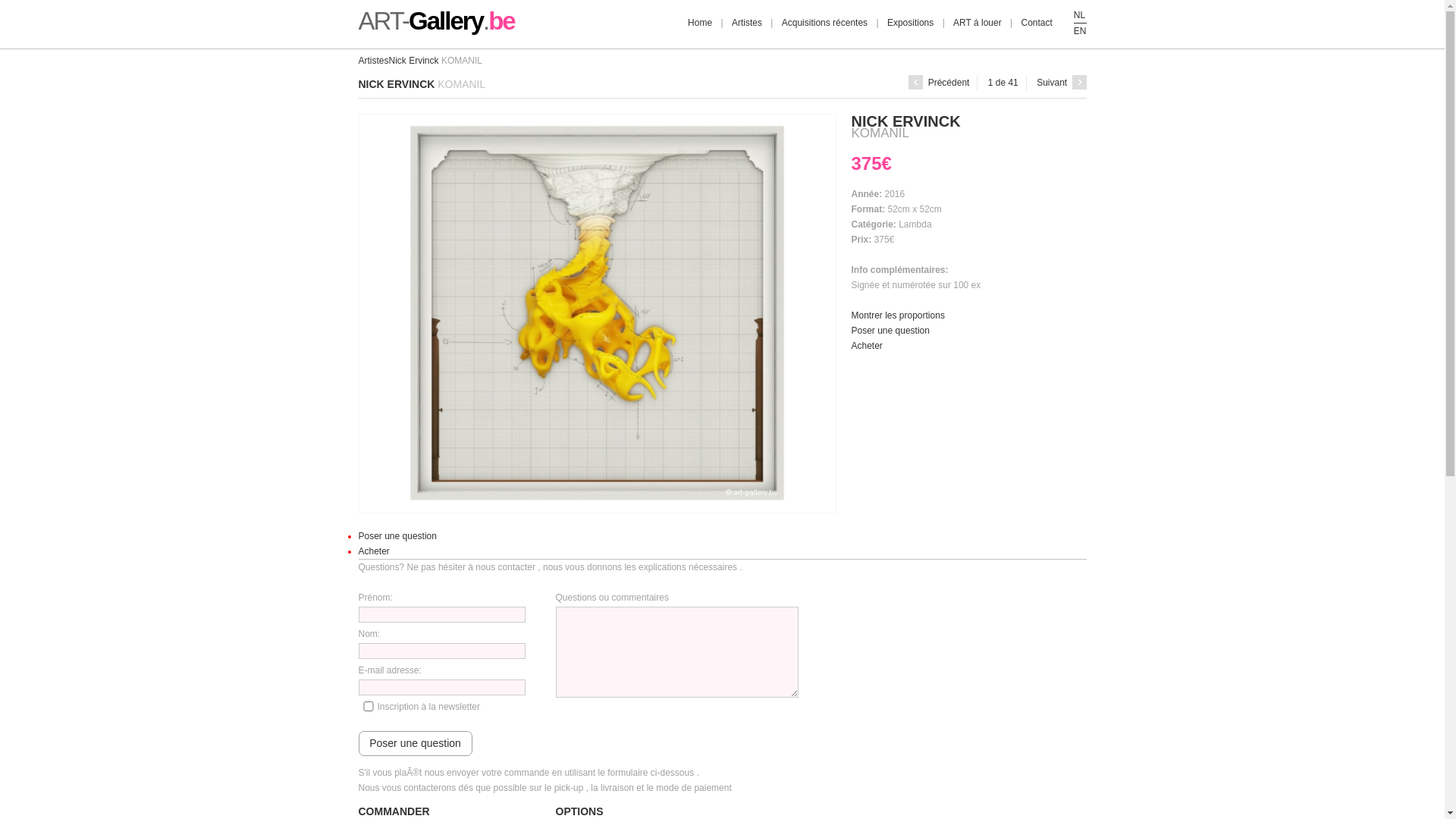 The height and width of the screenshot is (819, 1456). What do you see at coordinates (866, 345) in the screenshot?
I see `'Acheter'` at bounding box center [866, 345].